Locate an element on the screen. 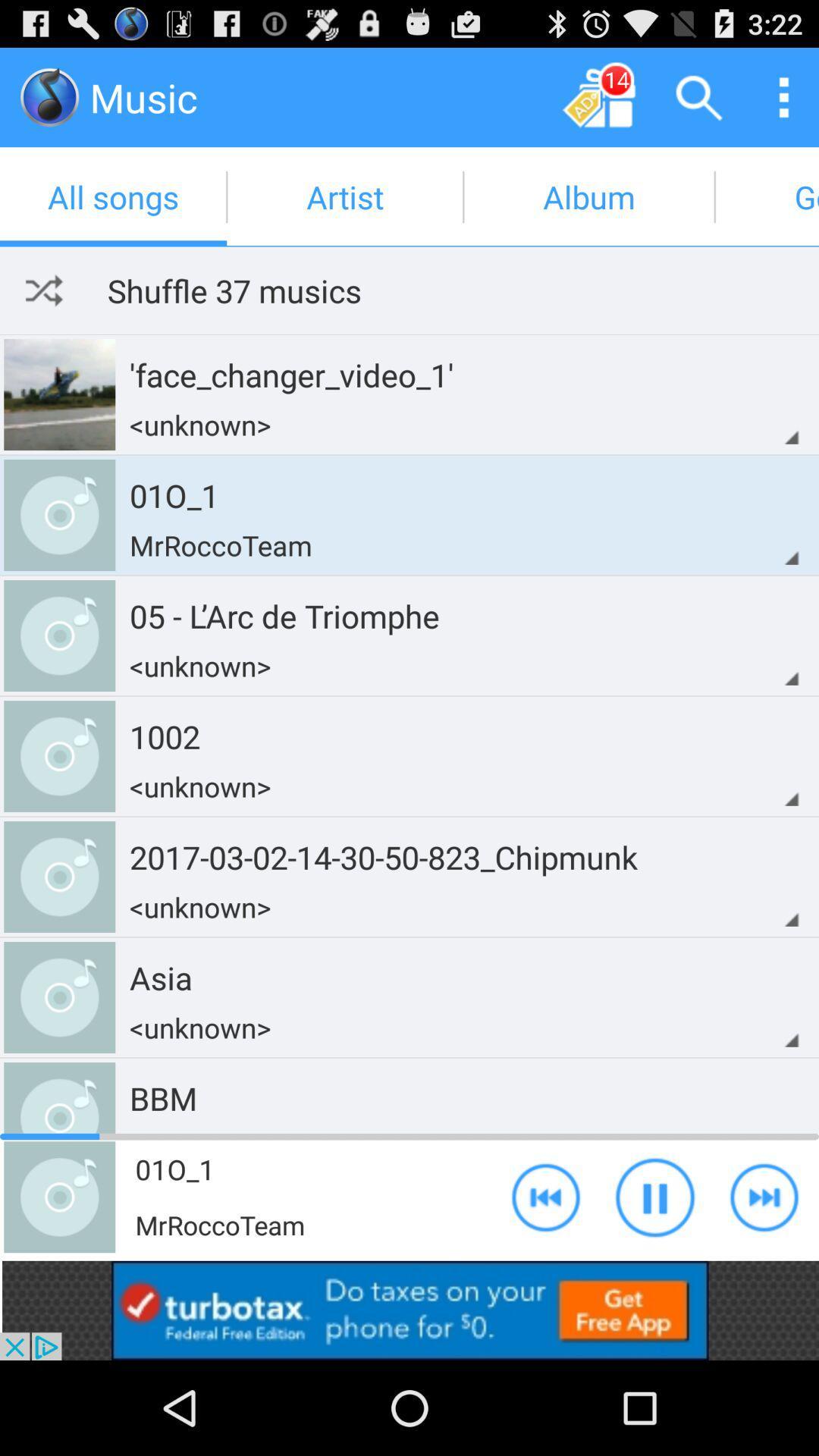  pause track is located at coordinates (654, 1196).